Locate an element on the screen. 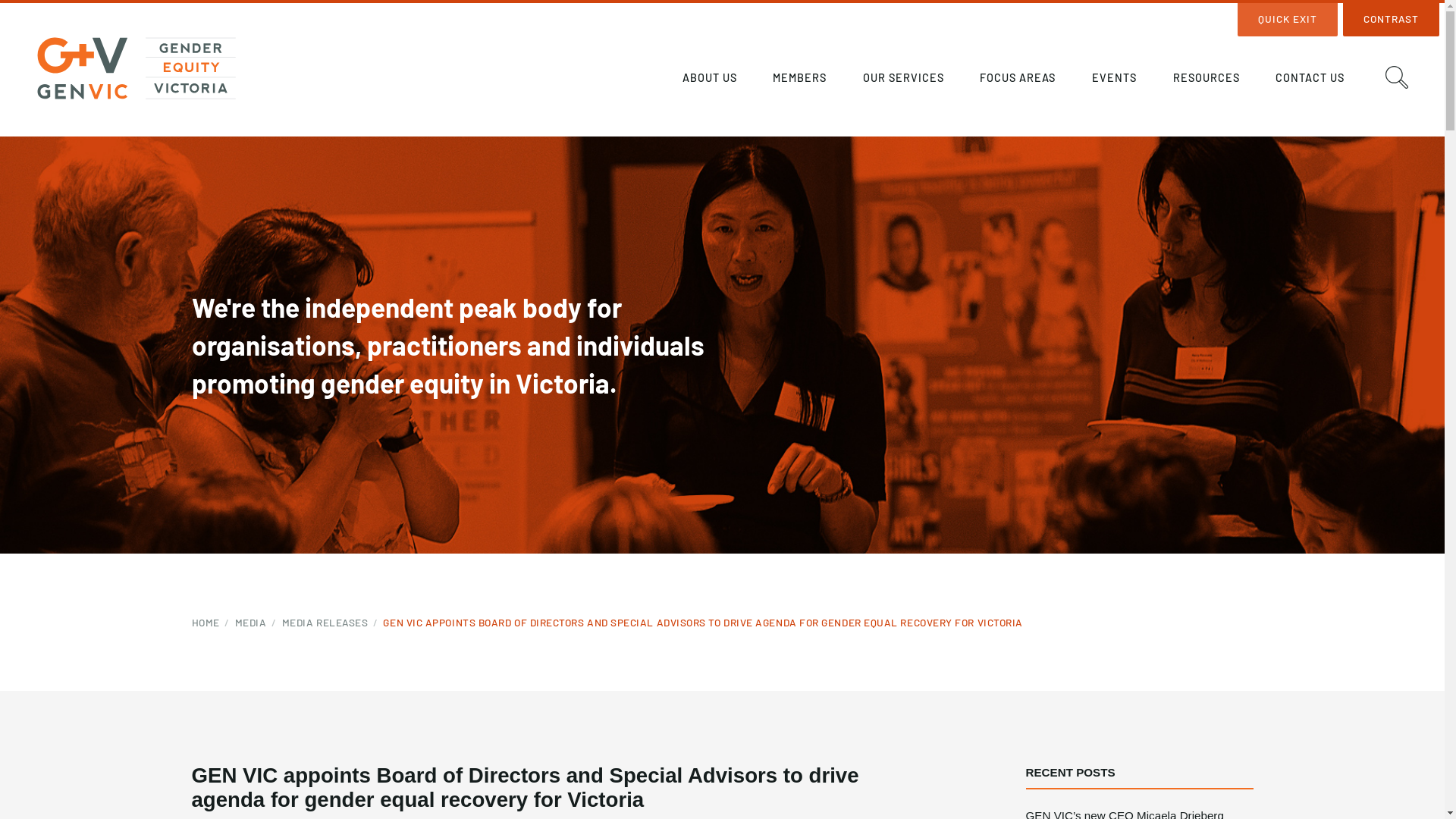  'QUICK EXIT' is located at coordinates (1287, 20).